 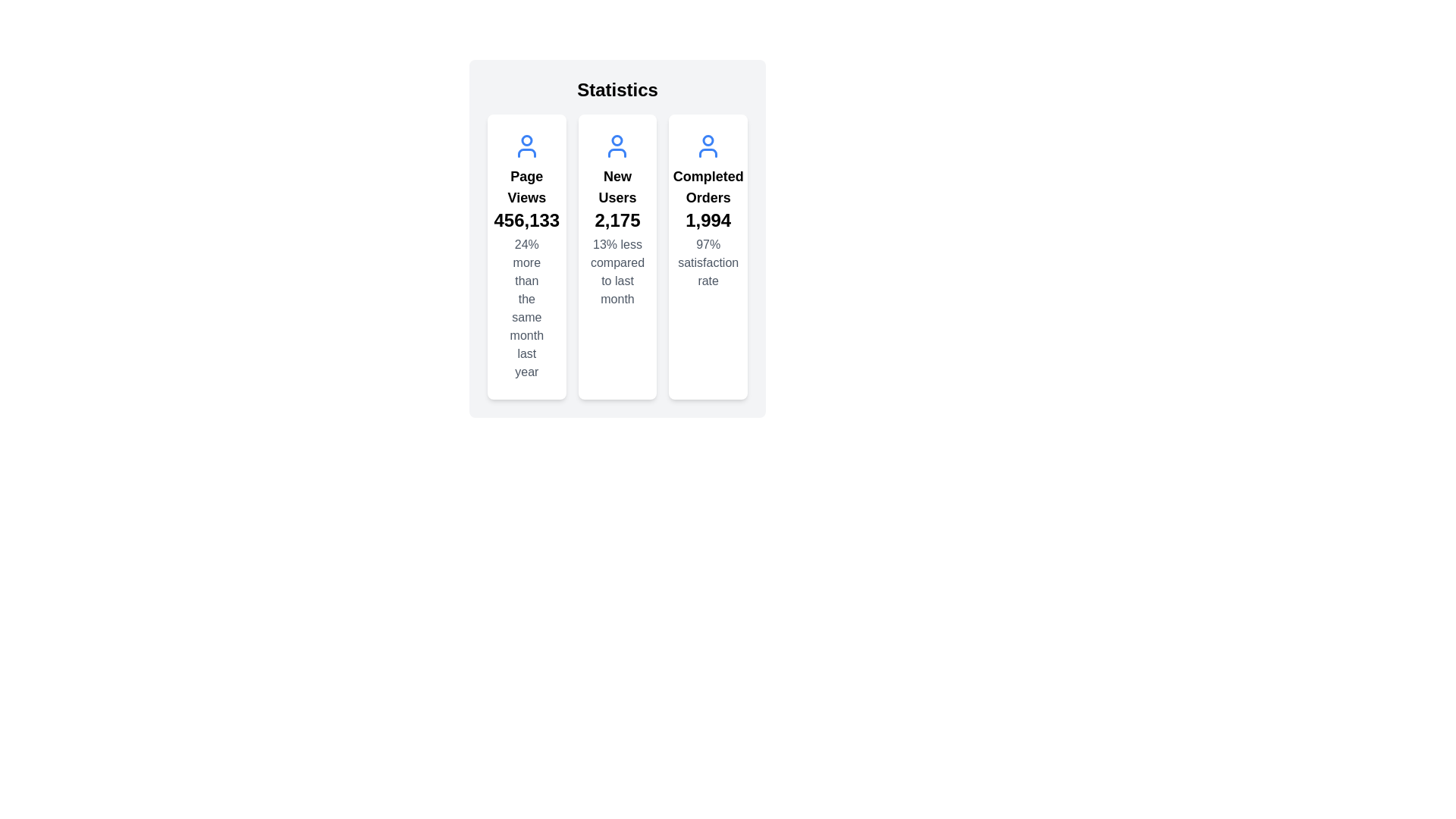 I want to click on the text displaying the number of completed orders, located in the middle section of the 'Completed Orders' card, between the title and description, so click(x=708, y=220).